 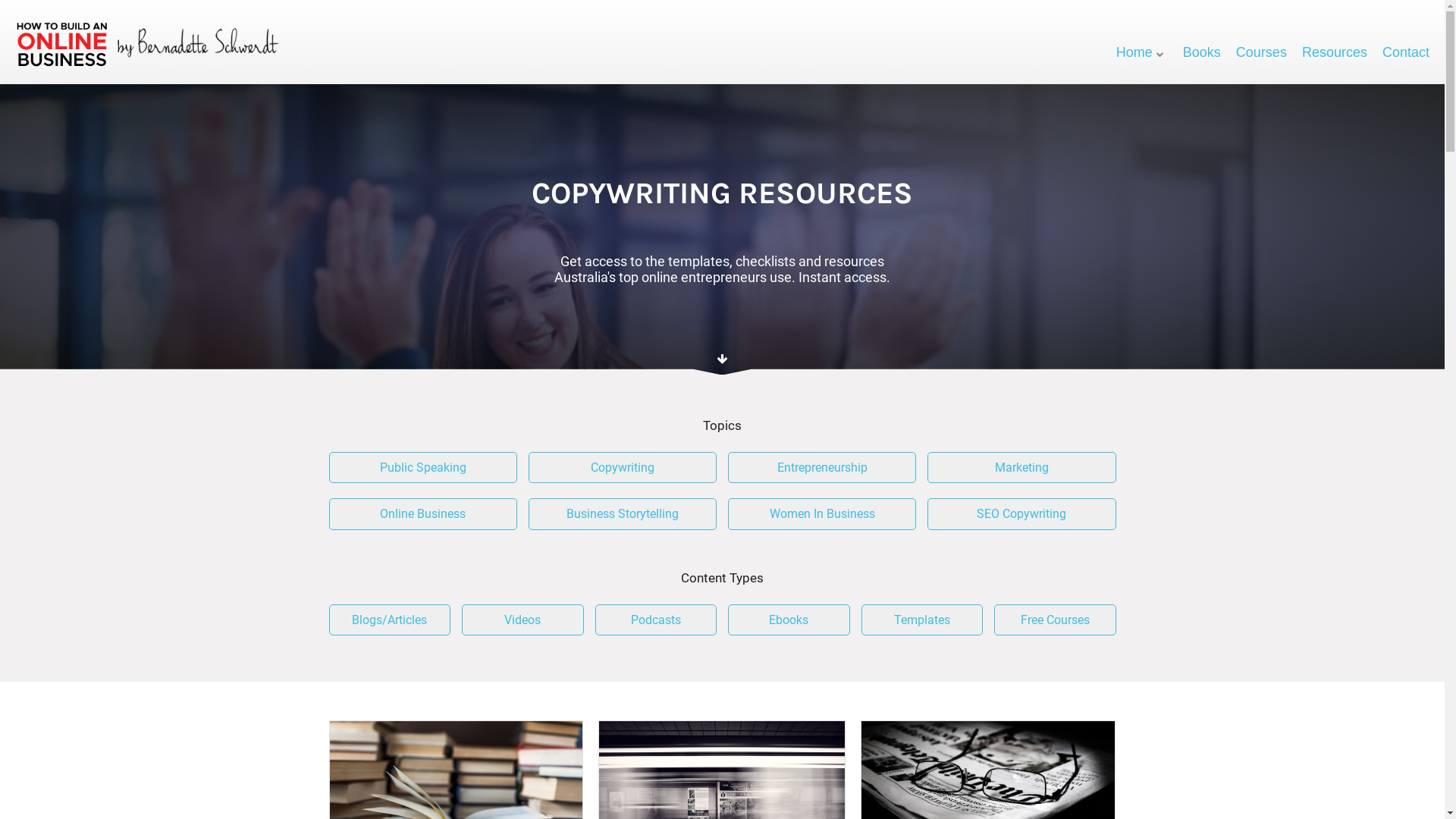 What do you see at coordinates (622, 513) in the screenshot?
I see `'Business Storytelling'` at bounding box center [622, 513].